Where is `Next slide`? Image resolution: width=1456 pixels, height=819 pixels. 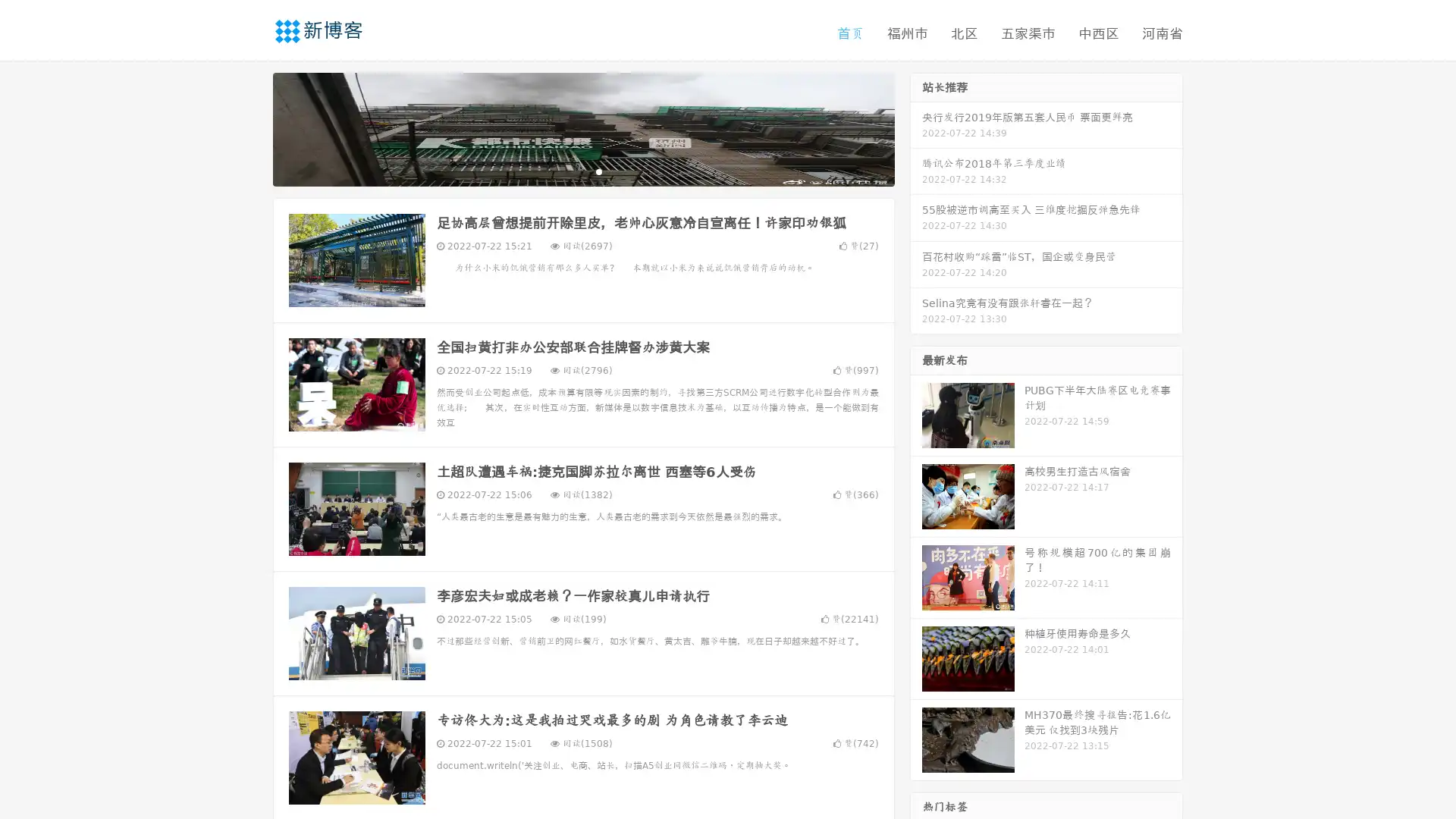 Next slide is located at coordinates (916, 127).